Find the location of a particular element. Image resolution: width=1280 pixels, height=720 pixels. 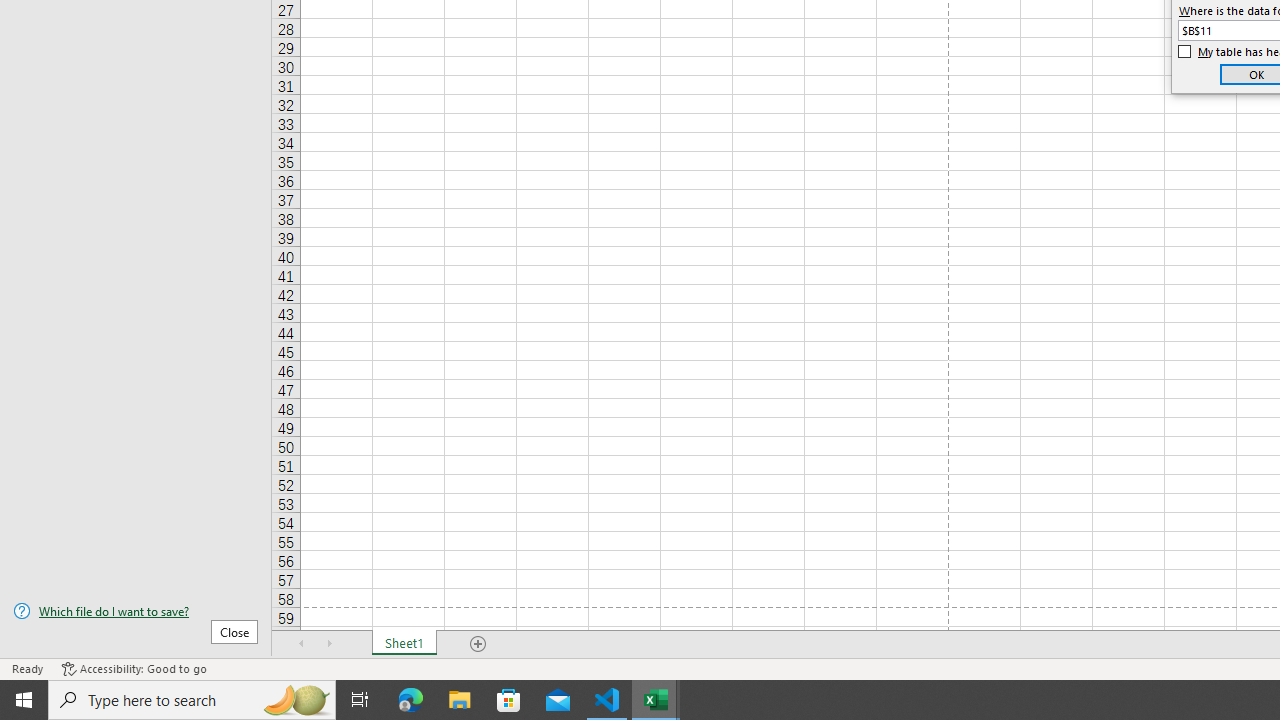

'Accessibility Checker Accessibility: Good to go' is located at coordinates (133, 669).